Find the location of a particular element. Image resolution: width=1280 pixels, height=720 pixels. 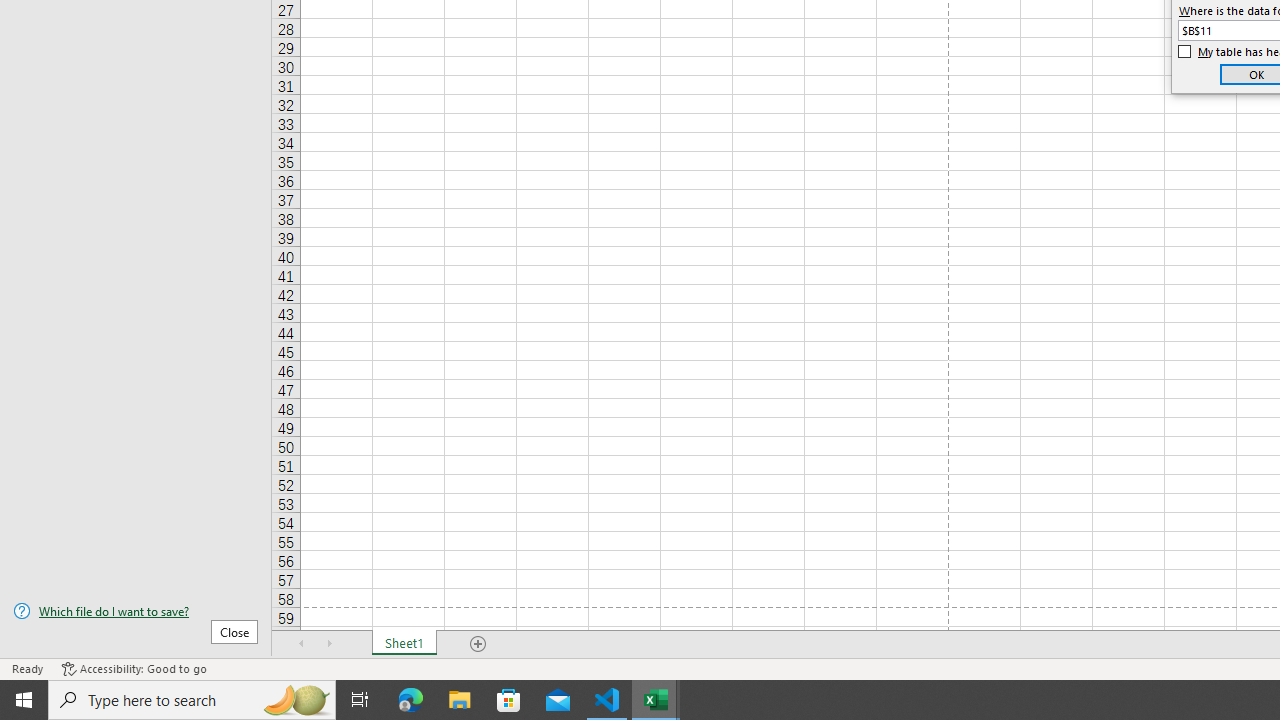

'Accessibility Checker Accessibility: Good to go' is located at coordinates (133, 669).